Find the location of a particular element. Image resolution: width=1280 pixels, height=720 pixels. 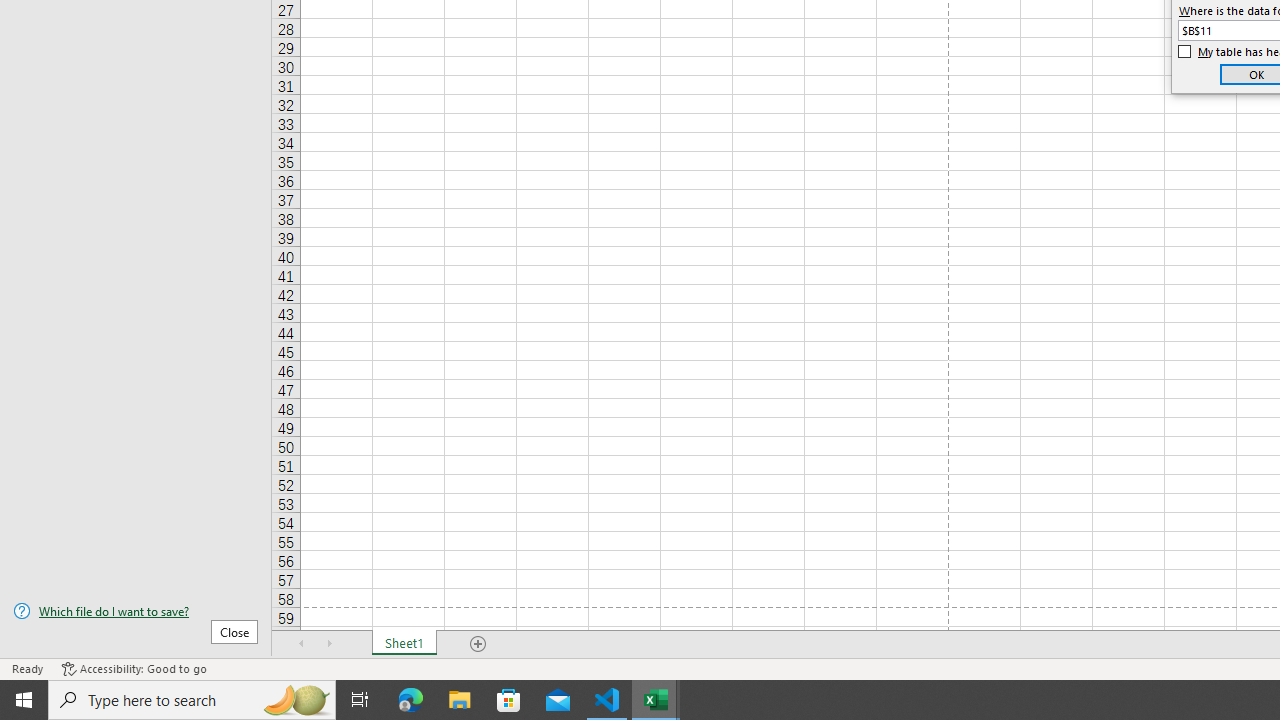

'Accessibility Checker Accessibility: Good to go' is located at coordinates (133, 669).